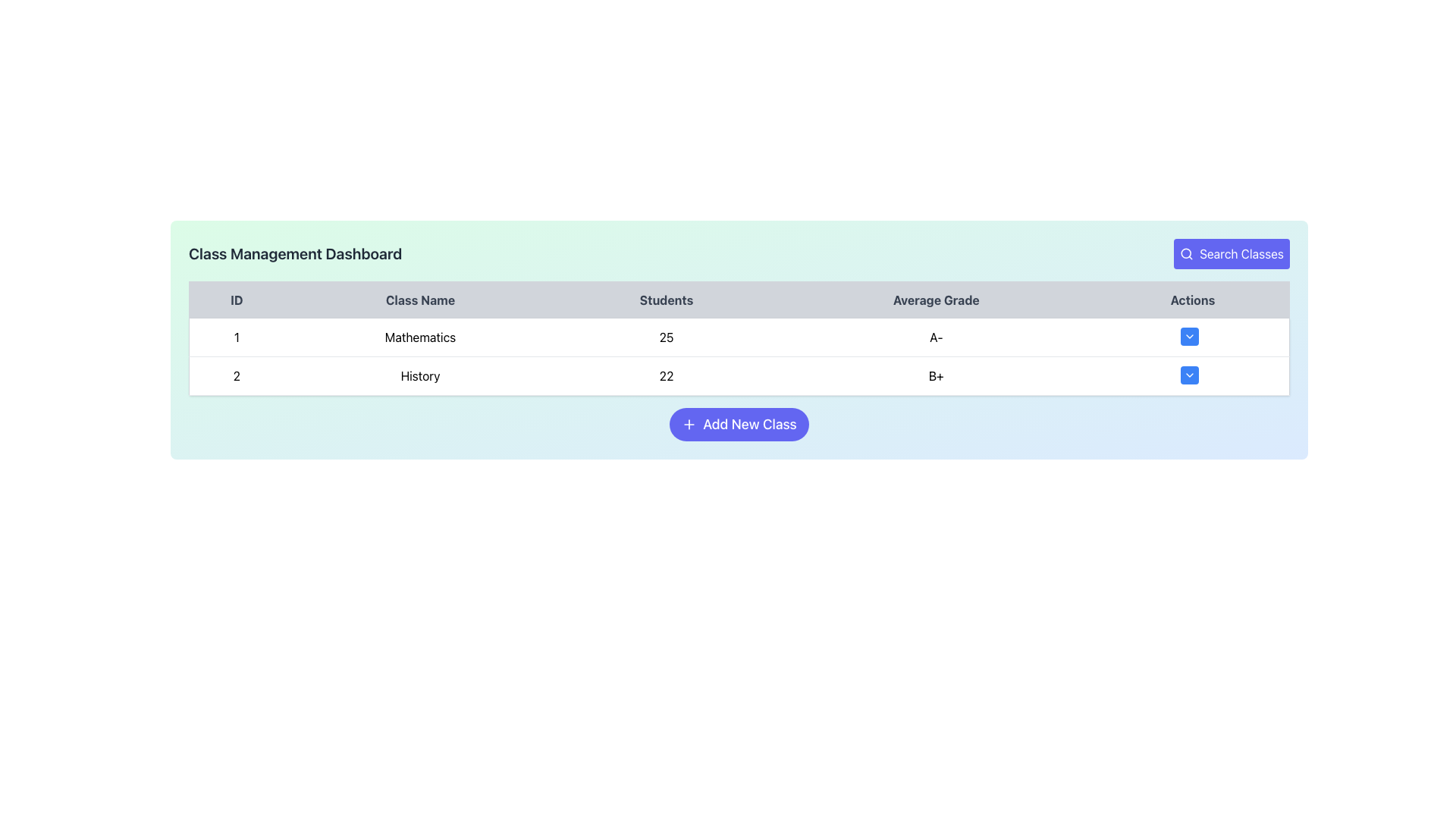 Image resolution: width=1456 pixels, height=819 pixels. I want to click on the 'Mathematics' text label in the 'Class Name' column of the 'Class Management Dashboard' interface, so click(420, 337).